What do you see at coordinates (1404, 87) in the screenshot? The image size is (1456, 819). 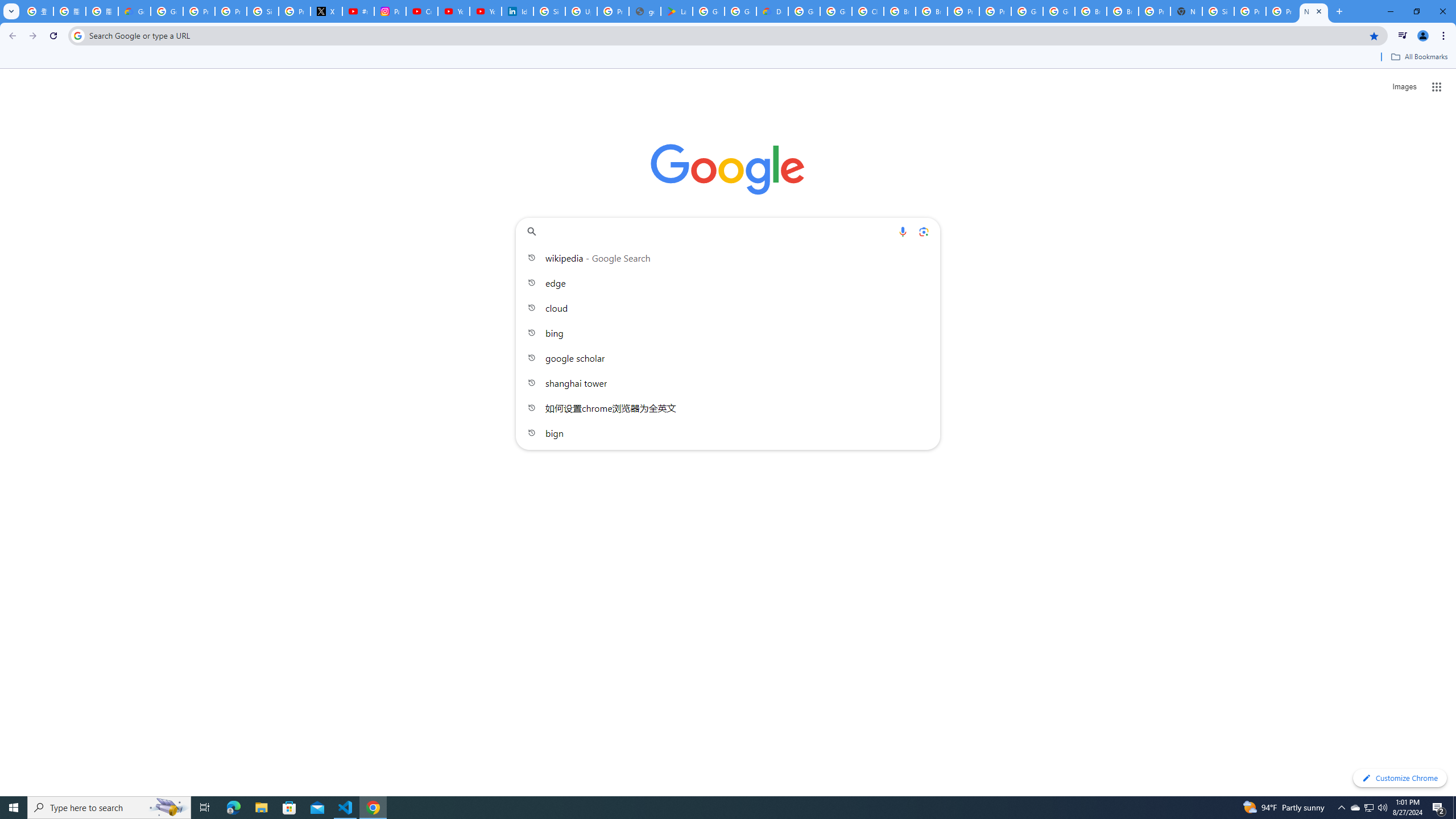 I see `'Search for Images '` at bounding box center [1404, 87].